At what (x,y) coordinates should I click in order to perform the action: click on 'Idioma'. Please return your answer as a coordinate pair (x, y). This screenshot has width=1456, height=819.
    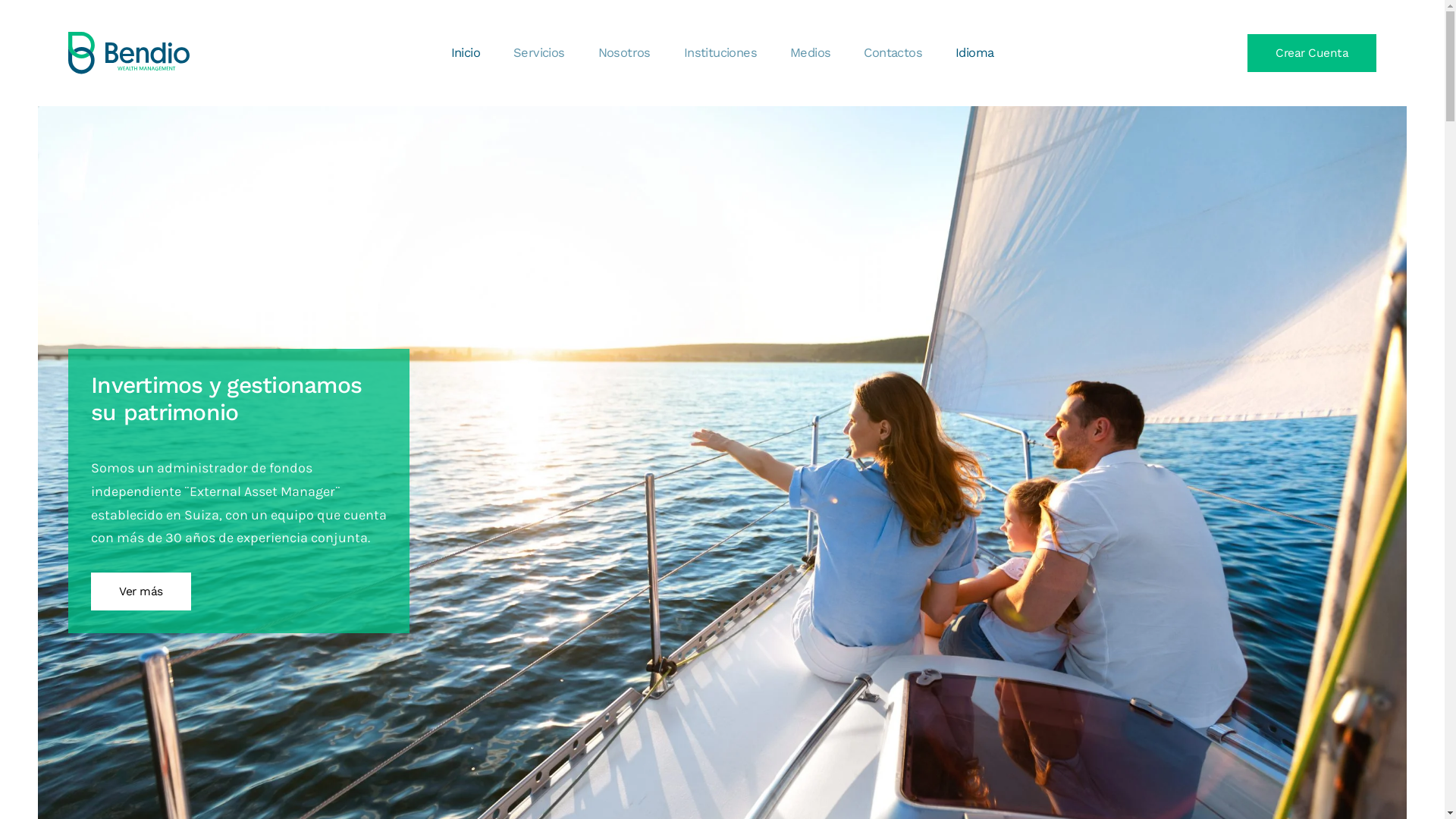
    Looking at the image, I should click on (974, 52).